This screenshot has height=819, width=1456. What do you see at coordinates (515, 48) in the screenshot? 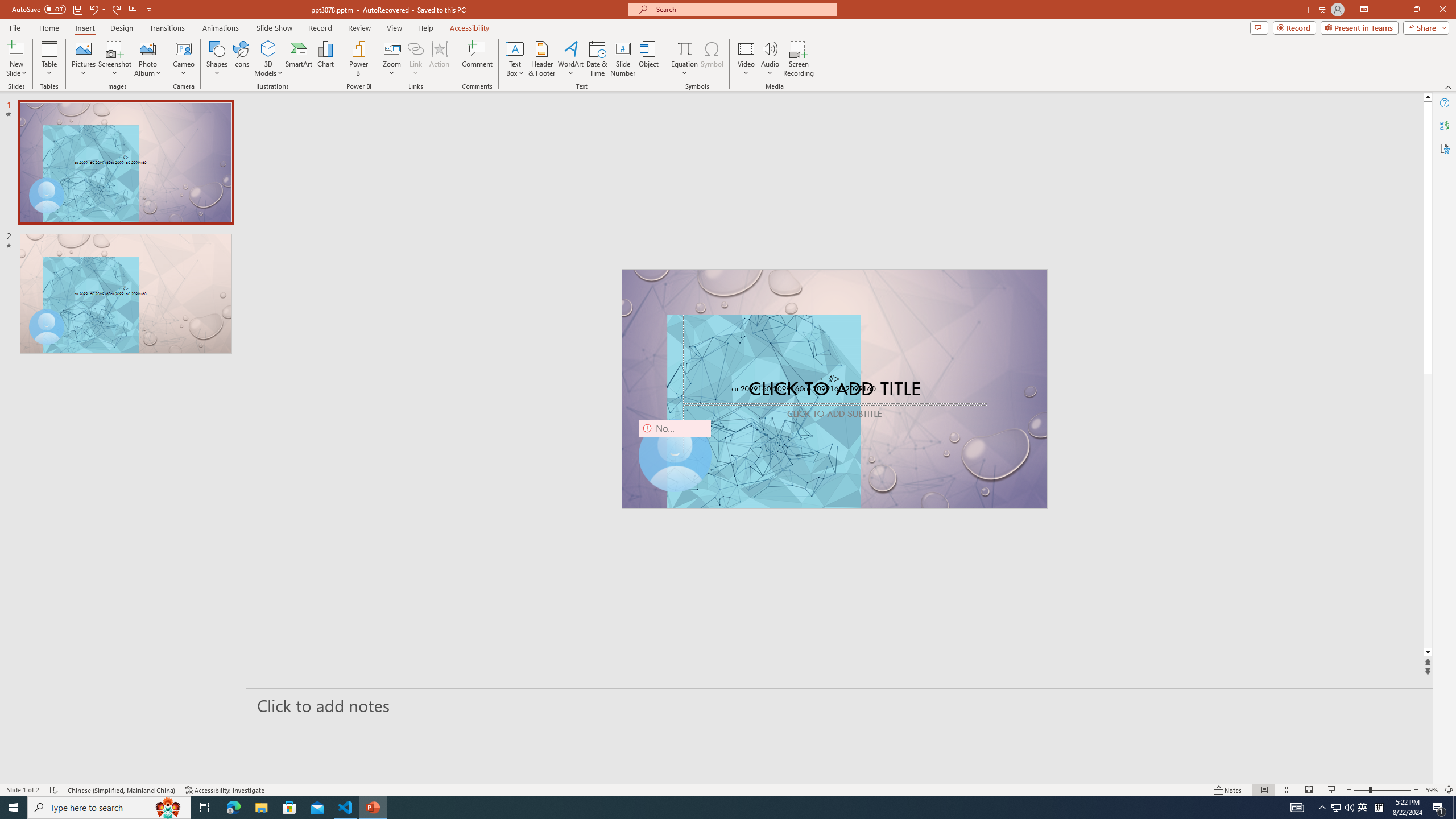
I see `'Draw Horizontal Text Box'` at bounding box center [515, 48].